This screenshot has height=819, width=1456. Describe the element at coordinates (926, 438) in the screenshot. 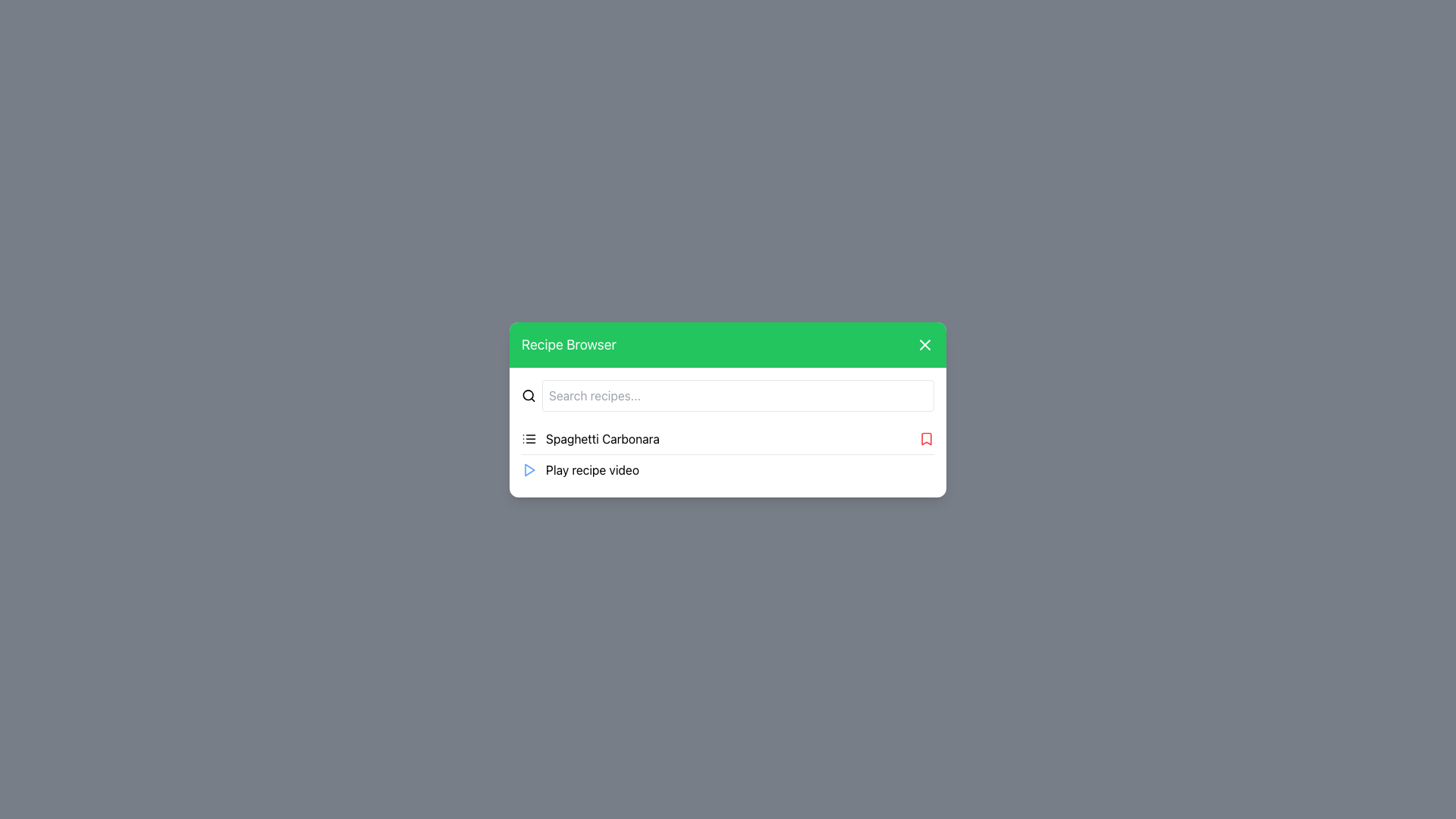

I see `the bookmark icon located on the far right of the second row, adjacent to the text 'Spaghetti Carbonara'` at that location.